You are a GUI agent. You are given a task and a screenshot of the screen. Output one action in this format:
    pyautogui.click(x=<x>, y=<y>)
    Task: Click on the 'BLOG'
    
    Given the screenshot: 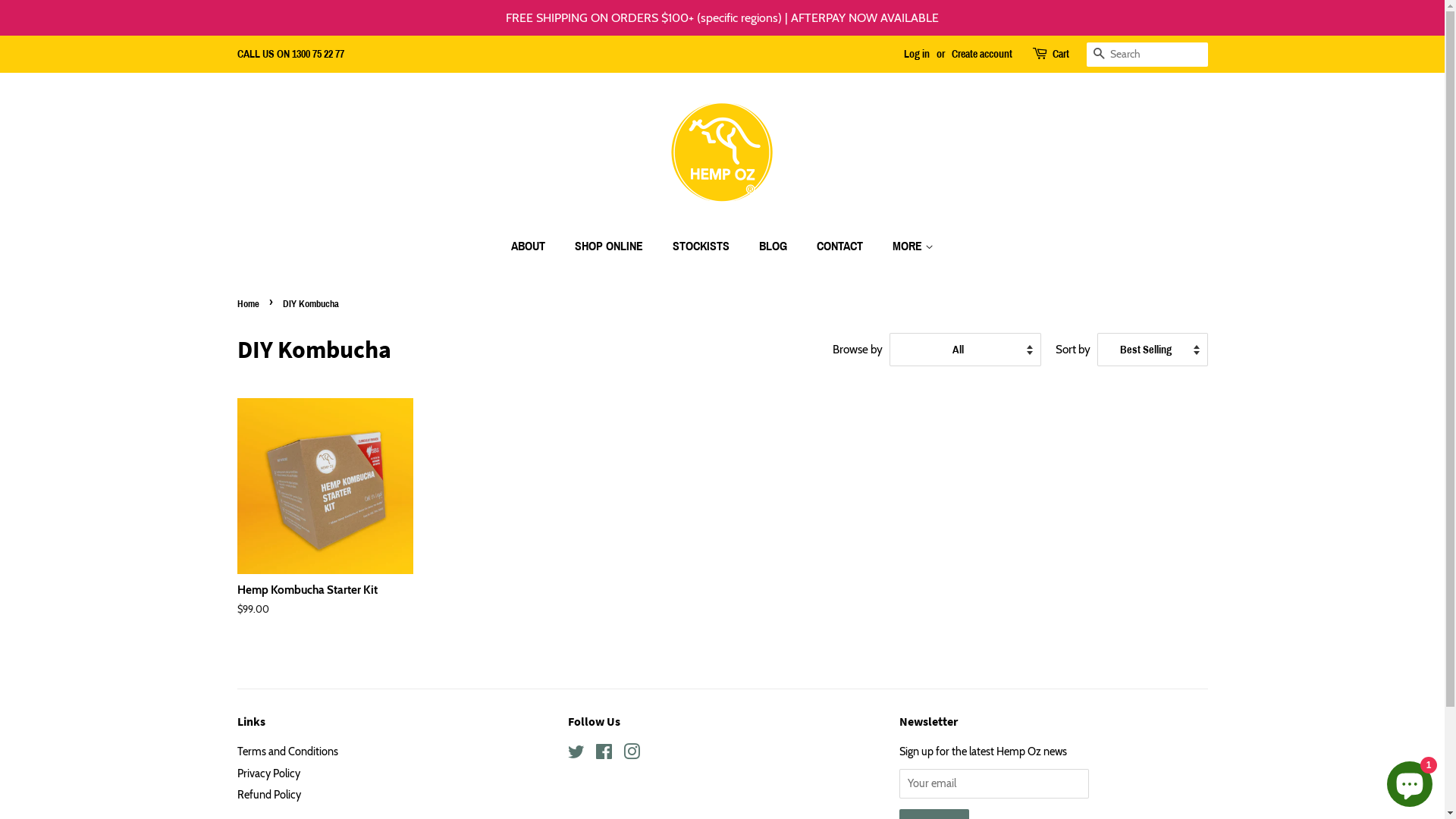 What is the action you would take?
    pyautogui.click(x=775, y=245)
    